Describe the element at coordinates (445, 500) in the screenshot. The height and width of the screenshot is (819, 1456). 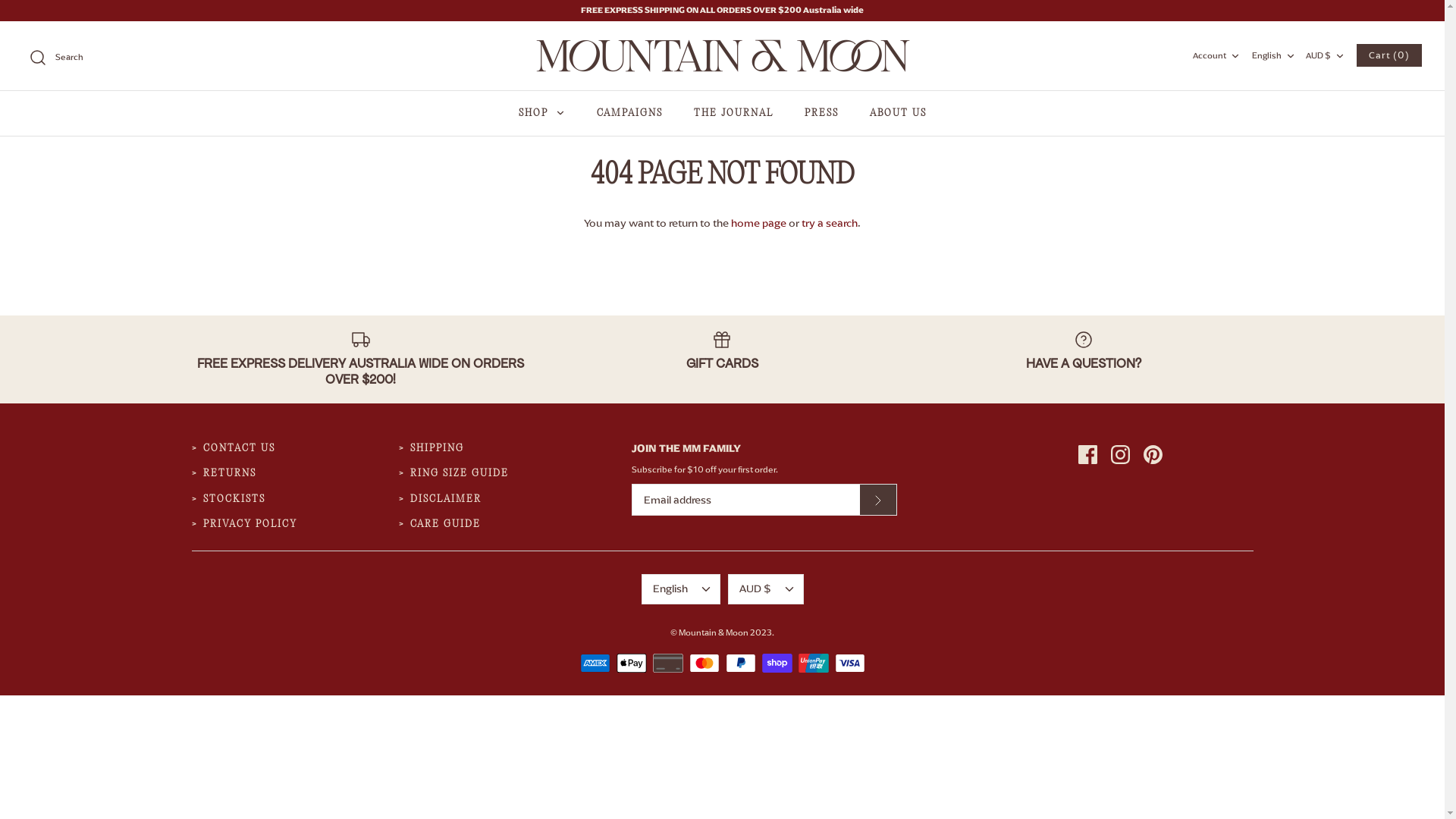
I see `'DISCLAIMER'` at that location.